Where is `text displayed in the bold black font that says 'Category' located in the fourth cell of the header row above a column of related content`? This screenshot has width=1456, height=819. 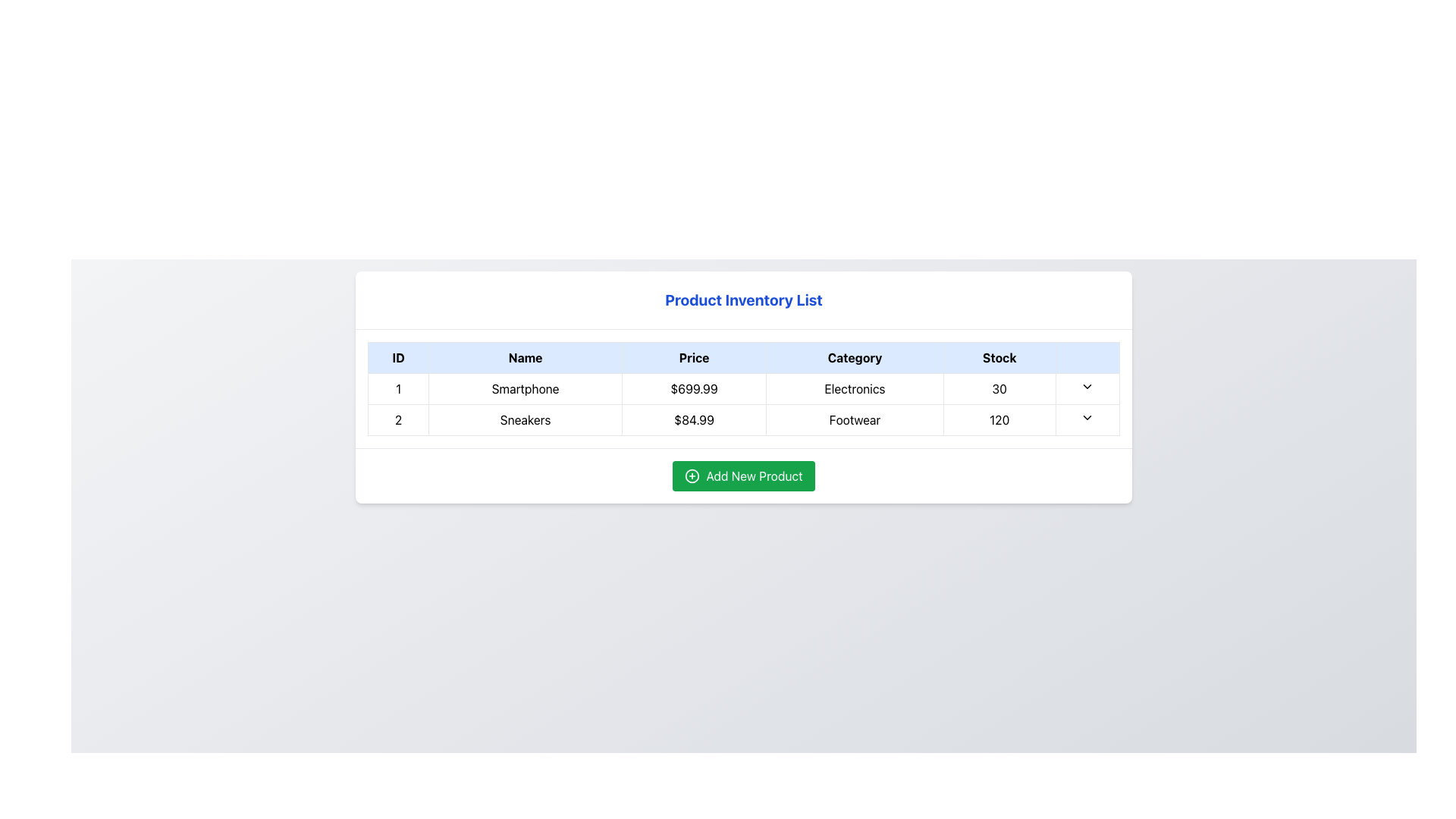
text displayed in the bold black font that says 'Category' located in the fourth cell of the header row above a column of related content is located at coordinates (855, 357).